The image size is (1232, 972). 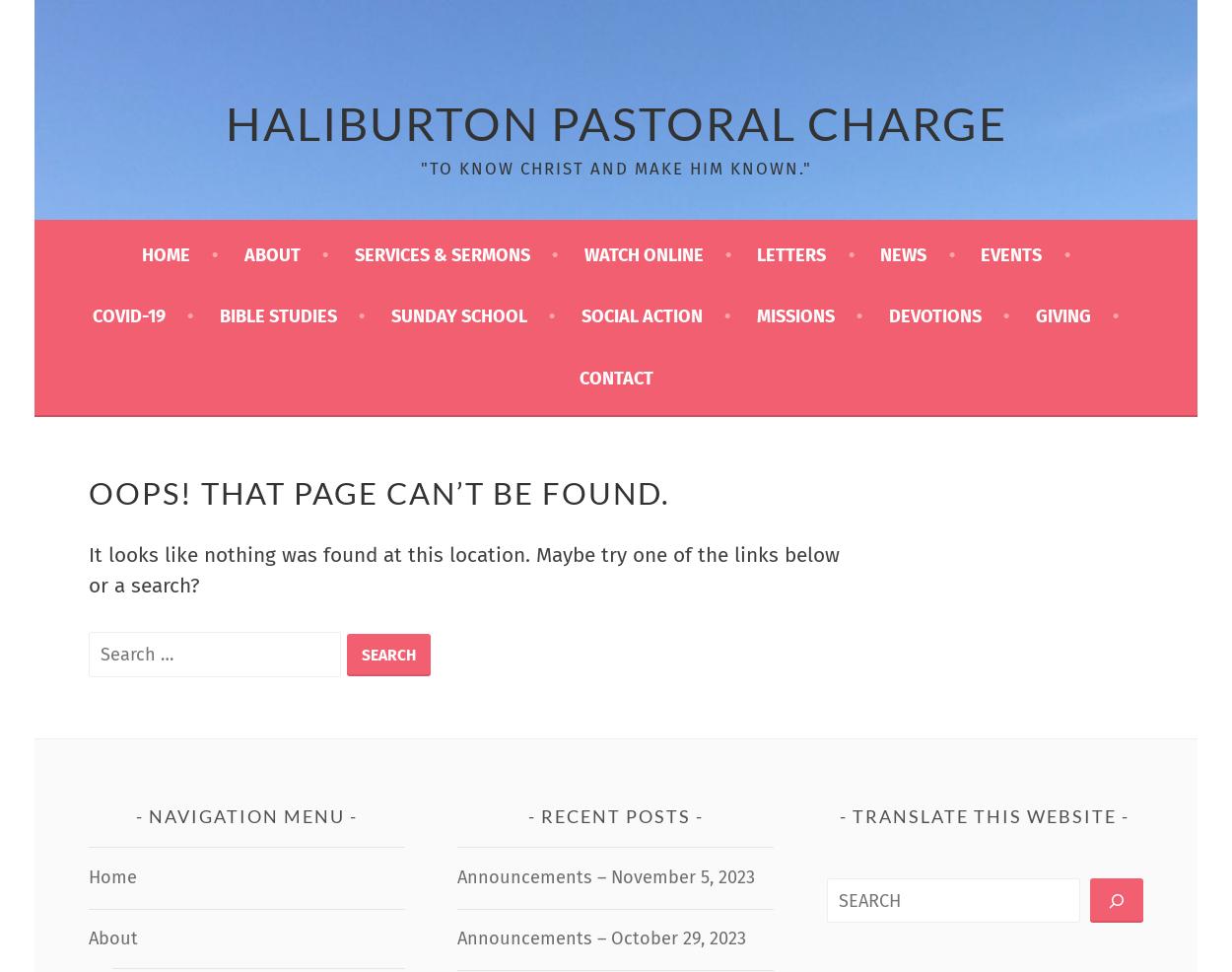 I want to click on 'Announcements – November 5, 2023', so click(x=605, y=874).